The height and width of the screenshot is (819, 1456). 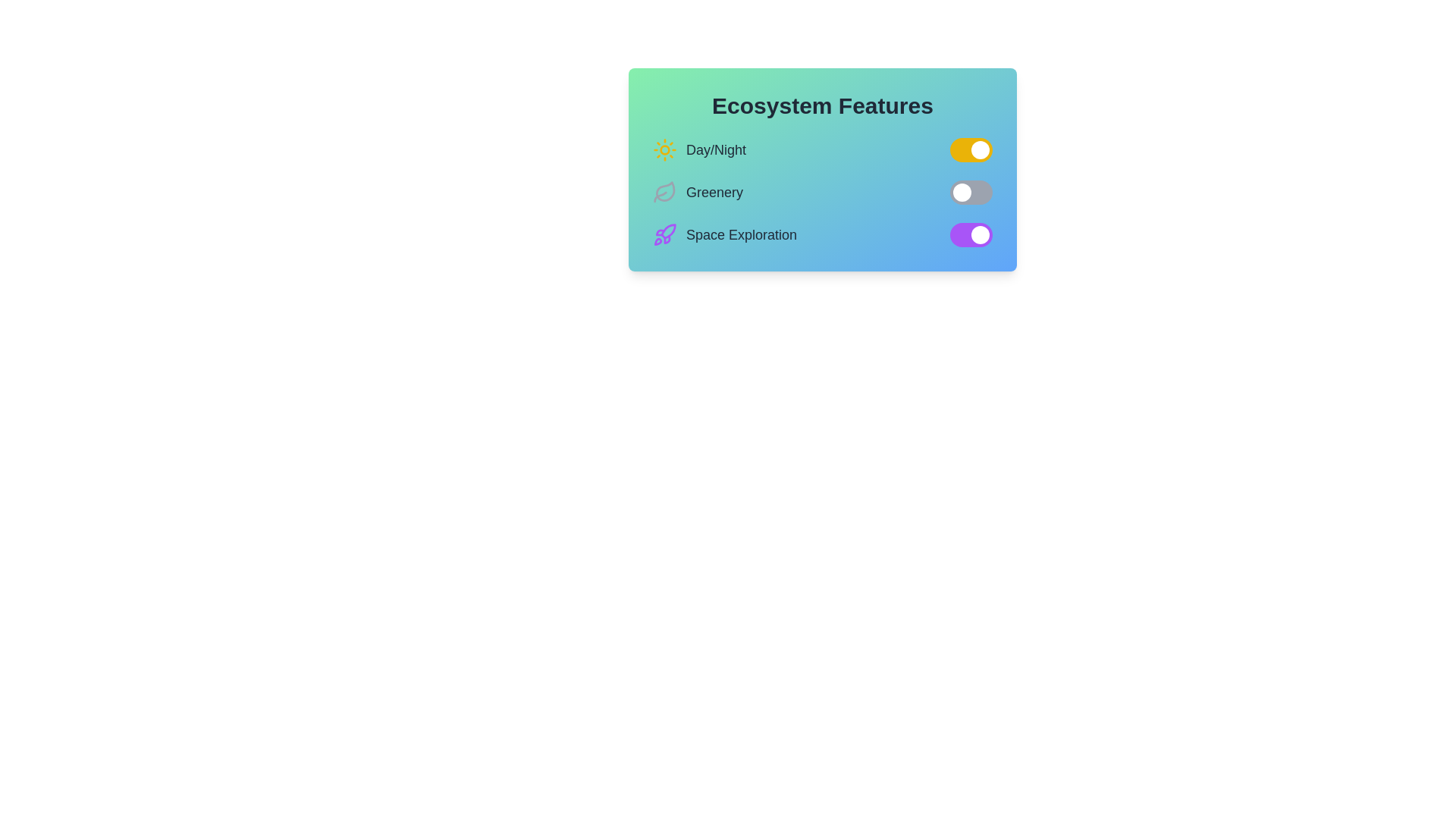 I want to click on the toggle switch for the 'Space Exploration' feature to change its state, positioned on the third row under 'Ecosystem Features', so click(x=971, y=234).